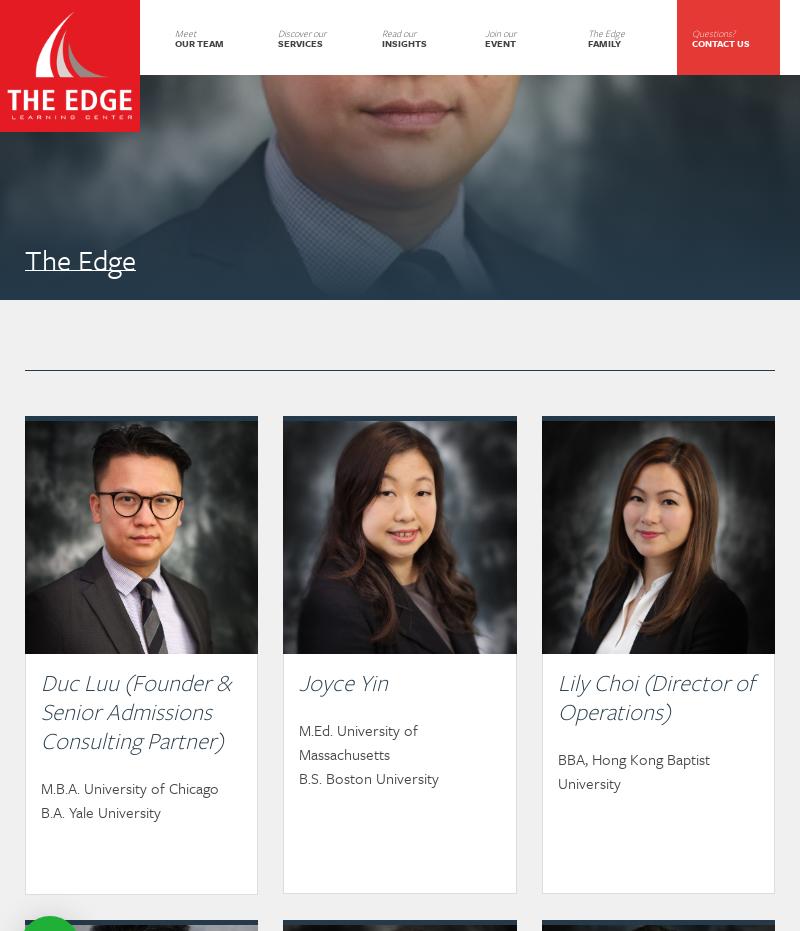 The image size is (800, 931). I want to click on 'B.A. Yale University', so click(100, 809).